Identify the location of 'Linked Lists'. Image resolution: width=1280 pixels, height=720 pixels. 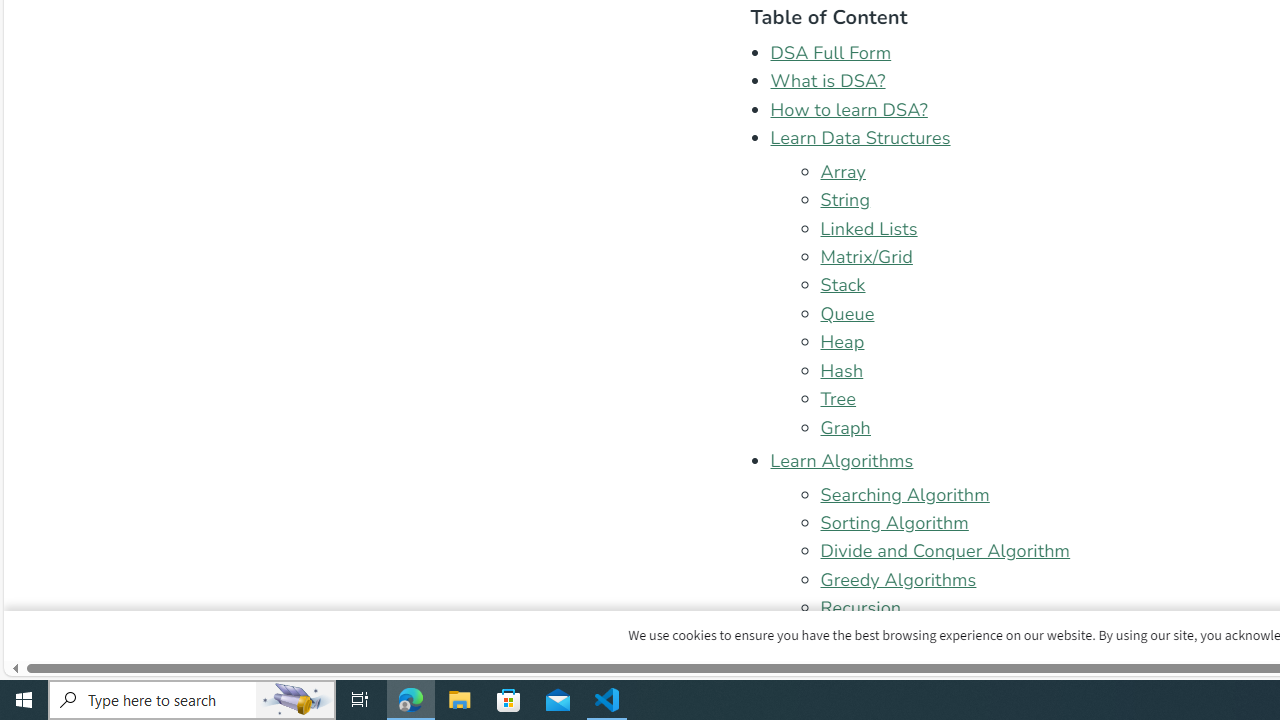
(869, 227).